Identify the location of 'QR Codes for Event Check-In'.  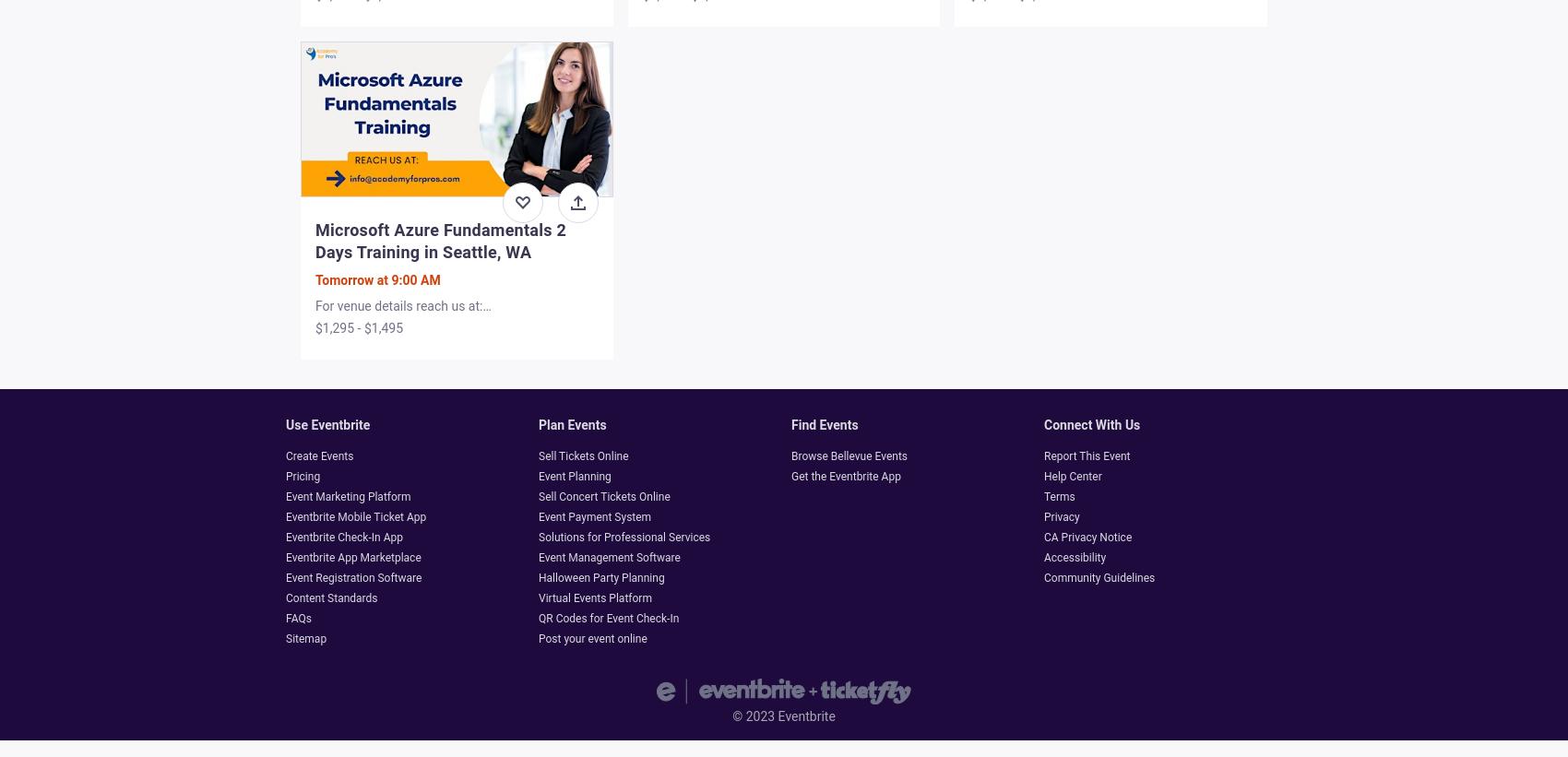
(608, 618).